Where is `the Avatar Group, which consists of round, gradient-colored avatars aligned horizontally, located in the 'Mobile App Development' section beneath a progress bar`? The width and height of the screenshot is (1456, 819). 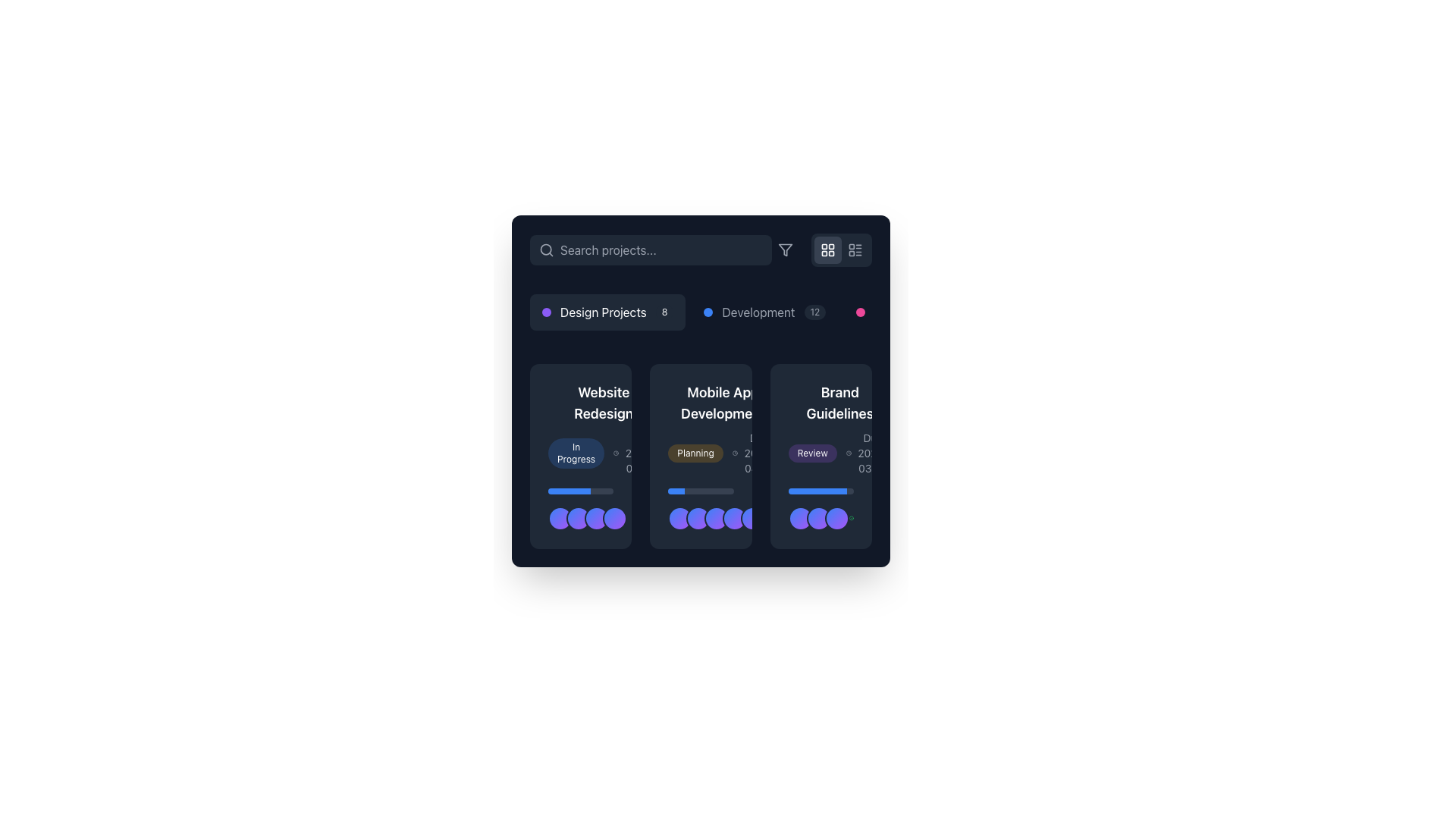 the Avatar Group, which consists of round, gradient-colored avatars aligned horizontally, located in the 'Mobile App Development' section beneath a progress bar is located at coordinates (700, 509).